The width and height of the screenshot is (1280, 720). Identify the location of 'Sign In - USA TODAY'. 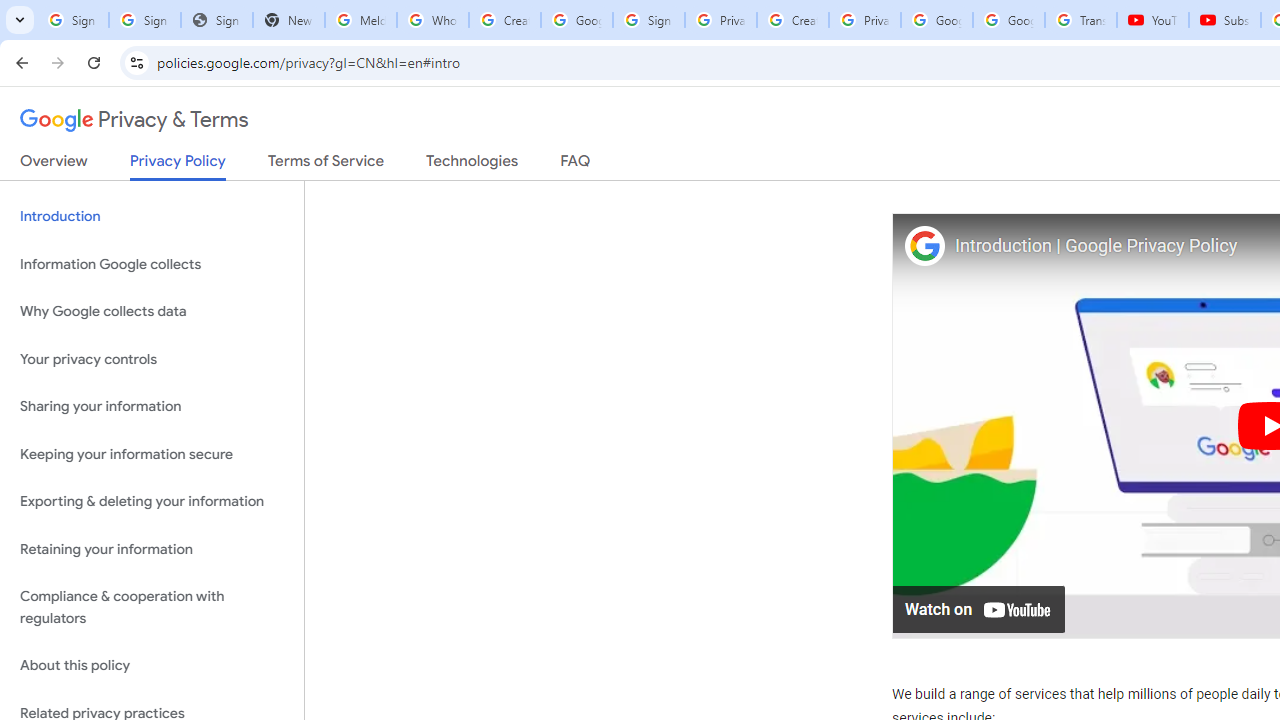
(216, 20).